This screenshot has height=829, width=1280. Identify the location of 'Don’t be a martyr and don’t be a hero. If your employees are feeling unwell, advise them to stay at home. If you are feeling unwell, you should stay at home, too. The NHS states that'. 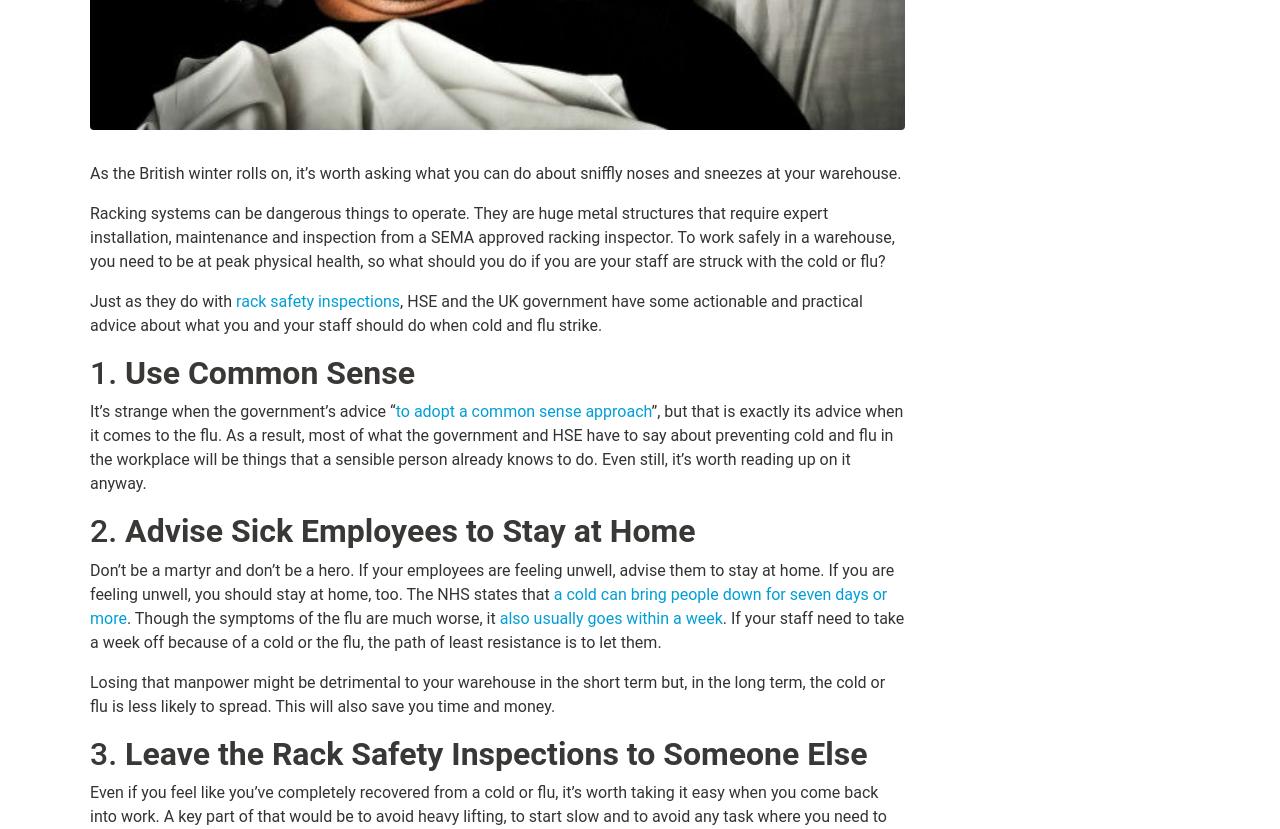
(492, 580).